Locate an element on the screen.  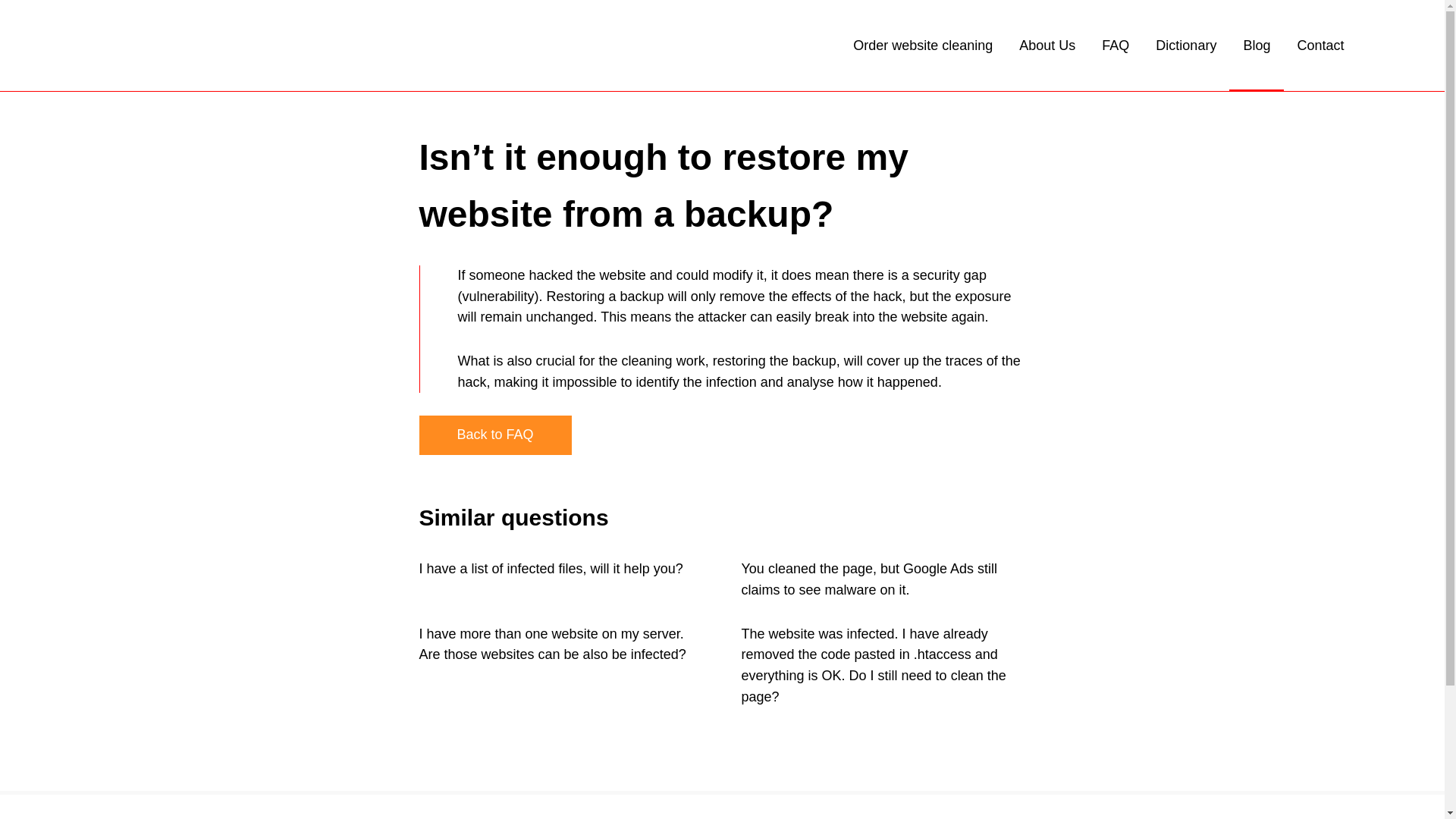
'Contact' is located at coordinates (1319, 45).